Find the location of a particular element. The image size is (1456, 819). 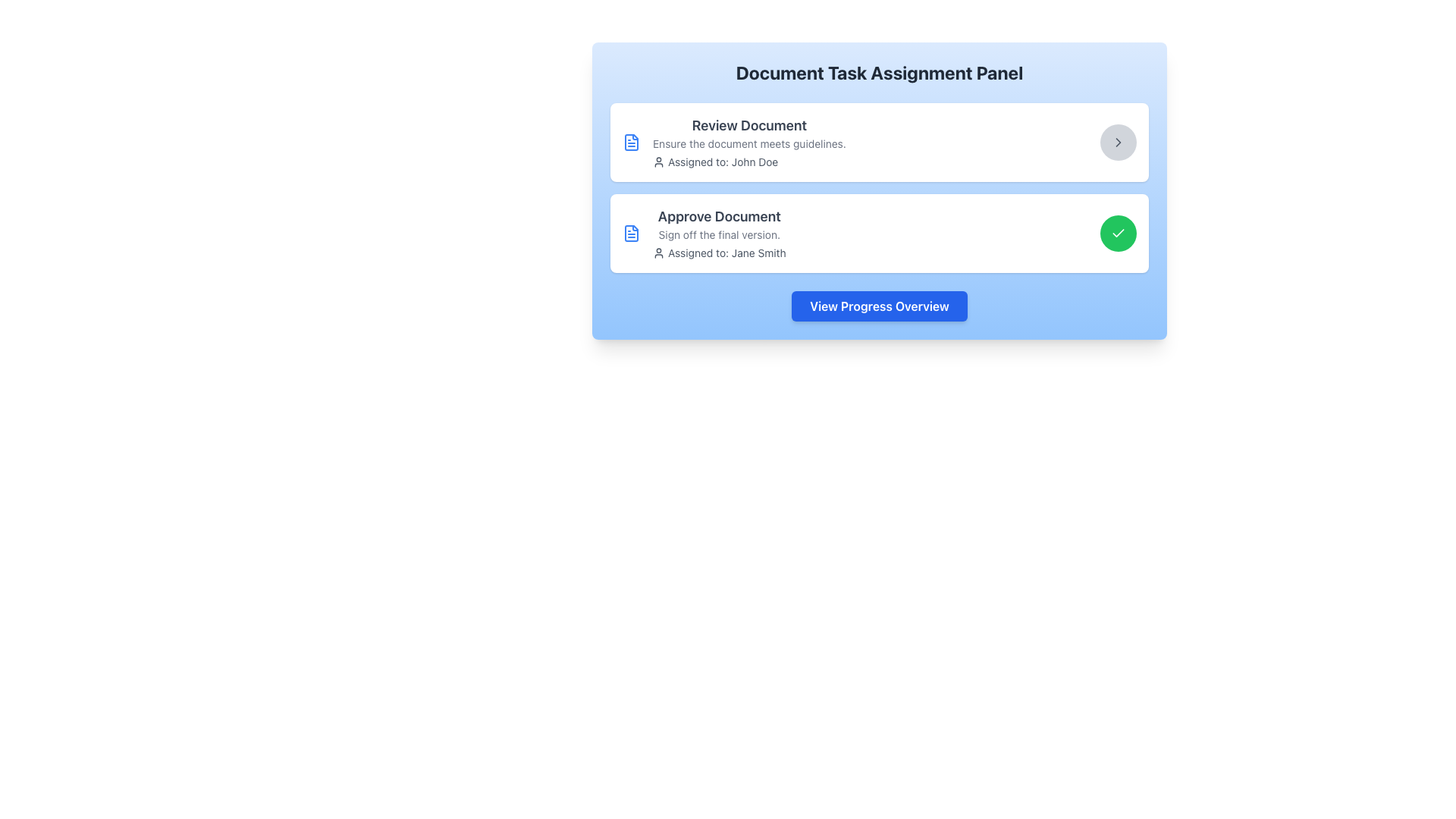

the text element that reads 'Assigned to: John Doe' with a user avatar icon, located in the 'Review Document' section of the task assignment panel is located at coordinates (749, 162).